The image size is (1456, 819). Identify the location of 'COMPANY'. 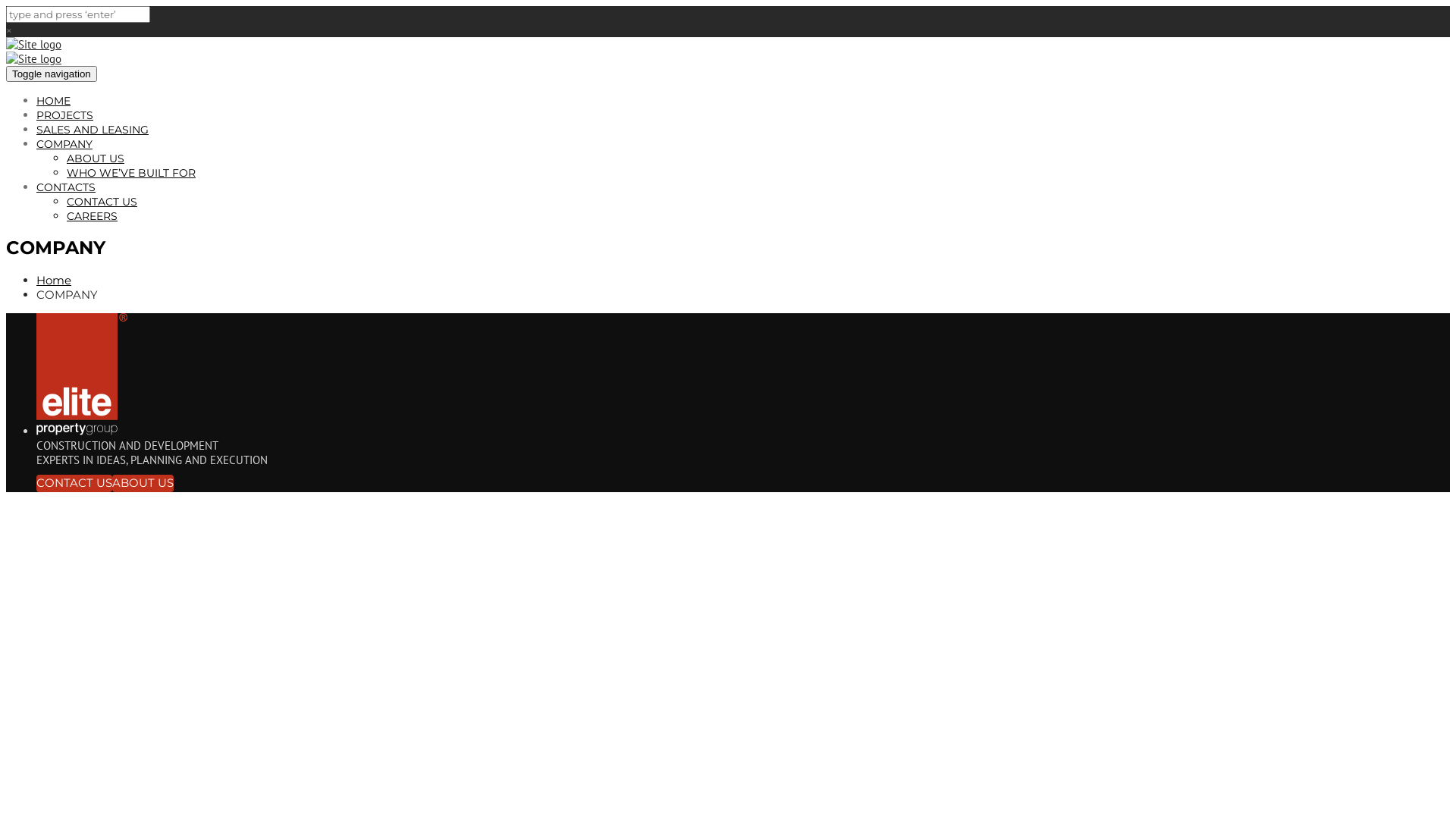
(36, 143).